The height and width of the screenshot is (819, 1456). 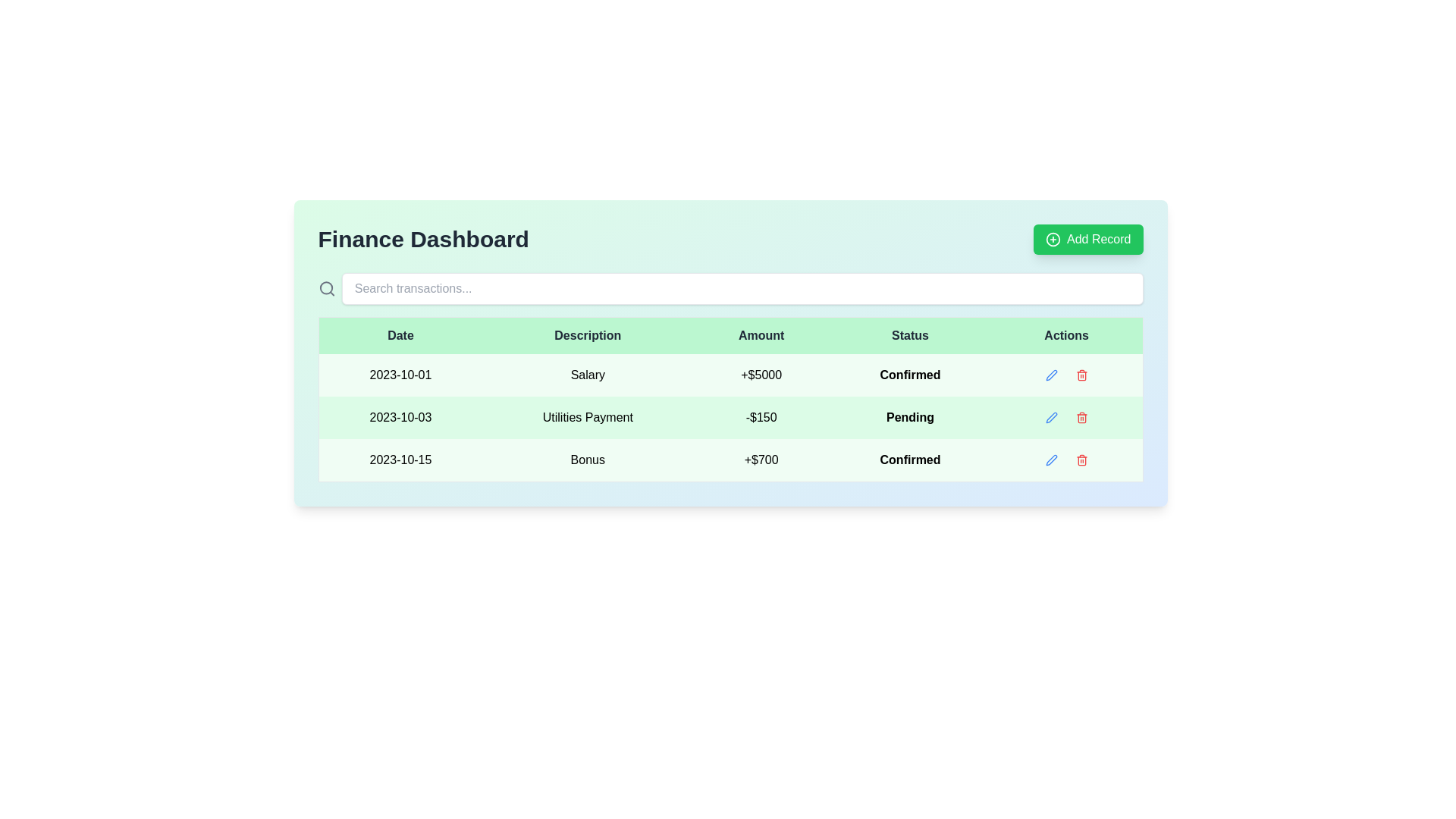 What do you see at coordinates (1050, 375) in the screenshot?
I see `the 'Edit' button, which is the second clickable icon in the 'Actions' column of the table, located to the left of the red trash bin icon in the first row` at bounding box center [1050, 375].